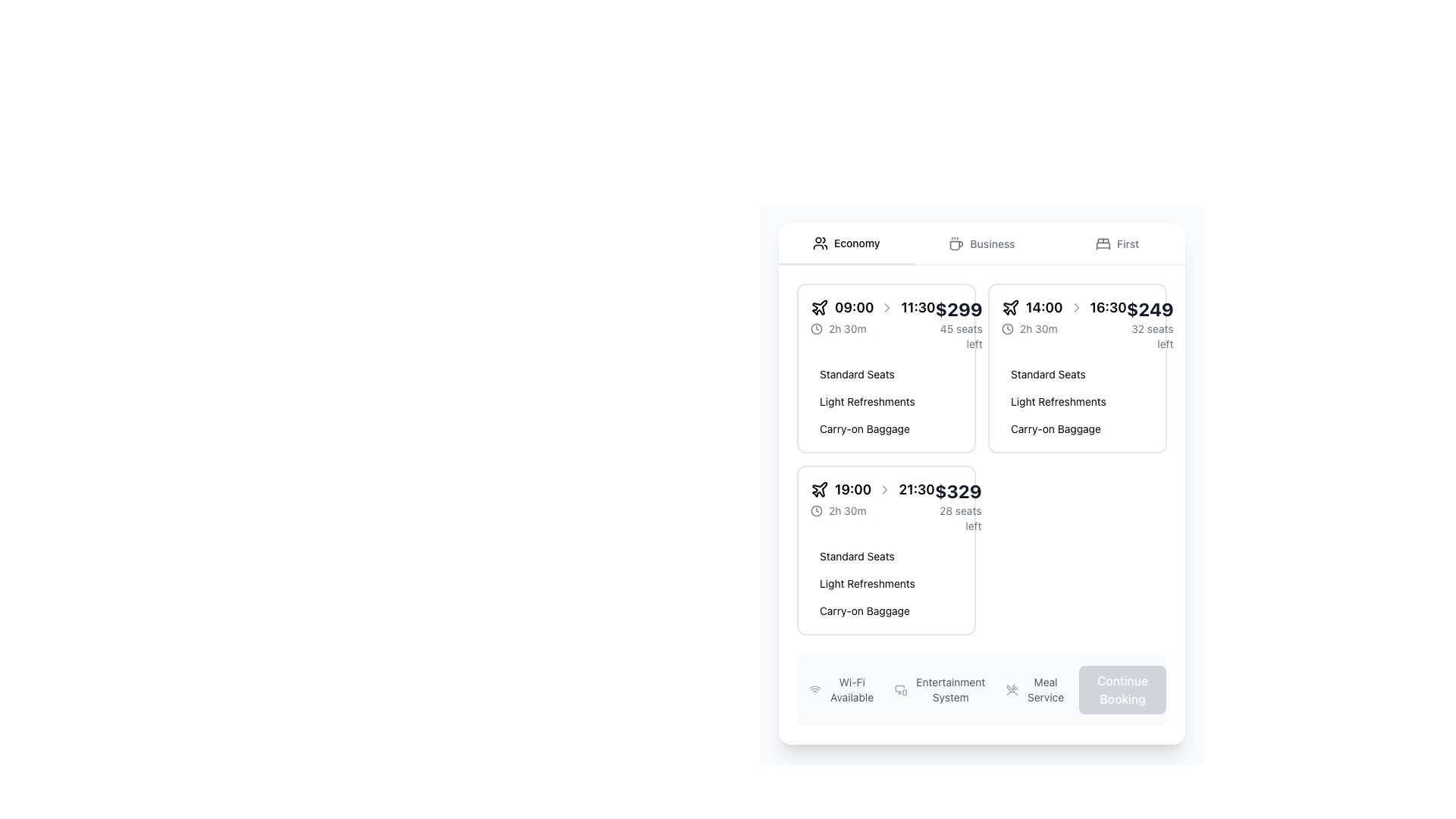 Image resolution: width=1456 pixels, height=819 pixels. Describe the element at coordinates (867, 400) in the screenshot. I see `the 'Light Refreshments' label, which is the middle tag in a group of three, positioned between 'Standard Seats' and 'Carry-on Baggage'` at that location.